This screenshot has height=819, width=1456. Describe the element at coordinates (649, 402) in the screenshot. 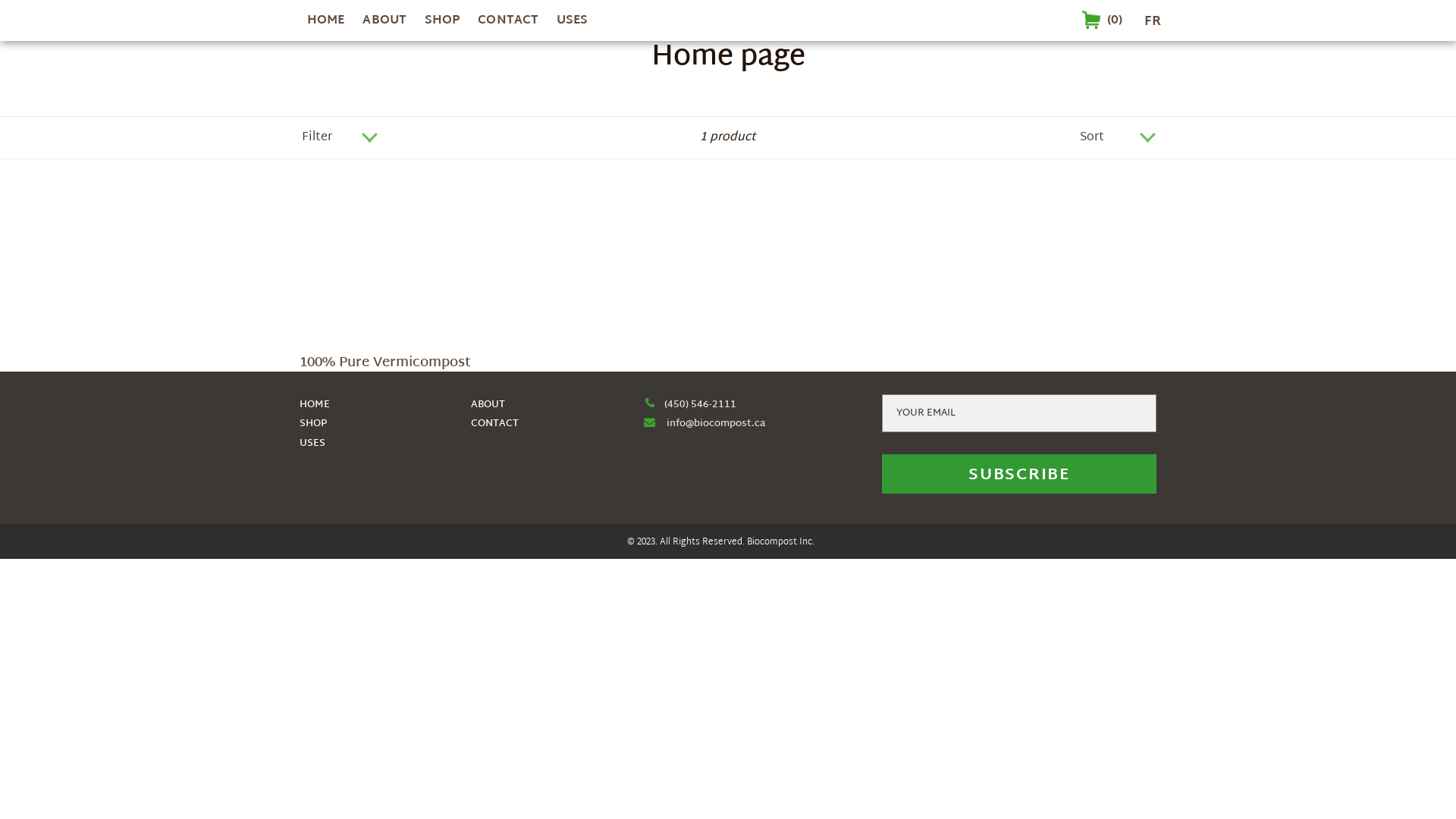

I see `'fa-phone'` at that location.